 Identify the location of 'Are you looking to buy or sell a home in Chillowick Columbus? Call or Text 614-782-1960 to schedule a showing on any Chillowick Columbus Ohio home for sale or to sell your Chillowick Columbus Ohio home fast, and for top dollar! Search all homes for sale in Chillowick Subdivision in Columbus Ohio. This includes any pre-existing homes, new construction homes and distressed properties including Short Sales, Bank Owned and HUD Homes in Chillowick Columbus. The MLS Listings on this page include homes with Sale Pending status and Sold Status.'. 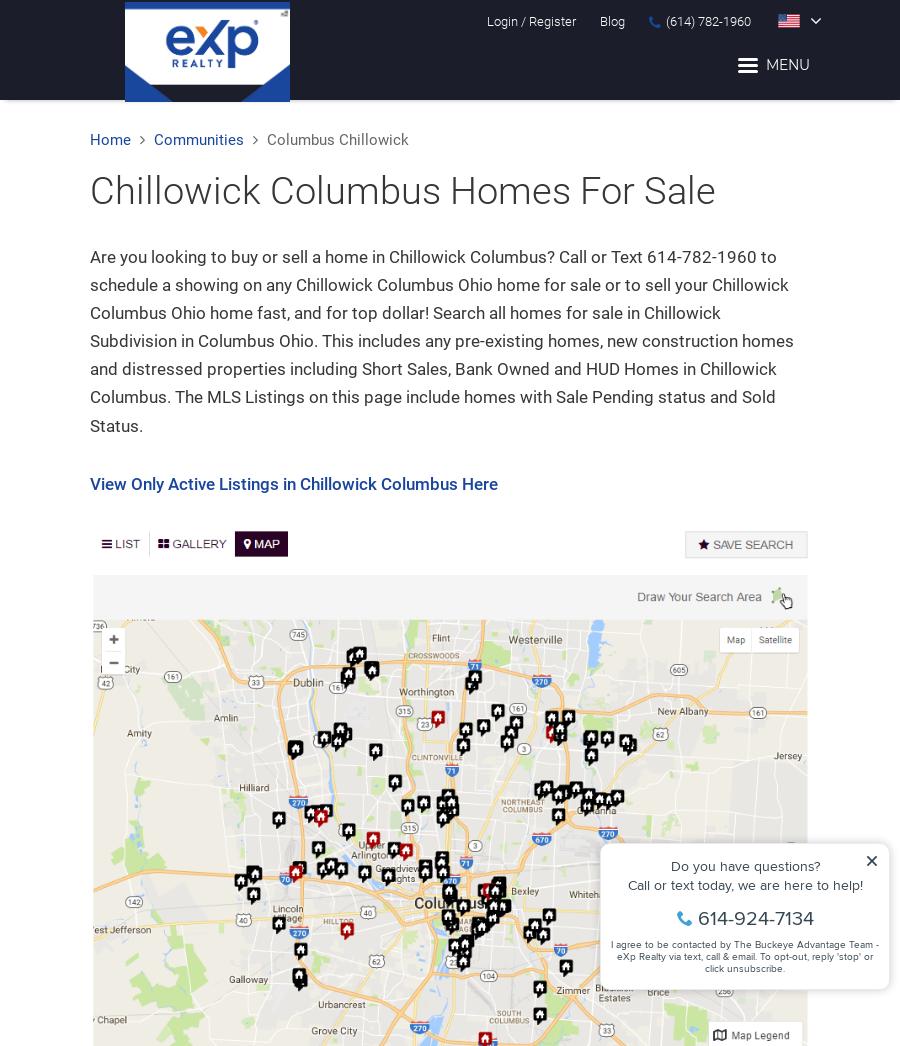
(441, 339).